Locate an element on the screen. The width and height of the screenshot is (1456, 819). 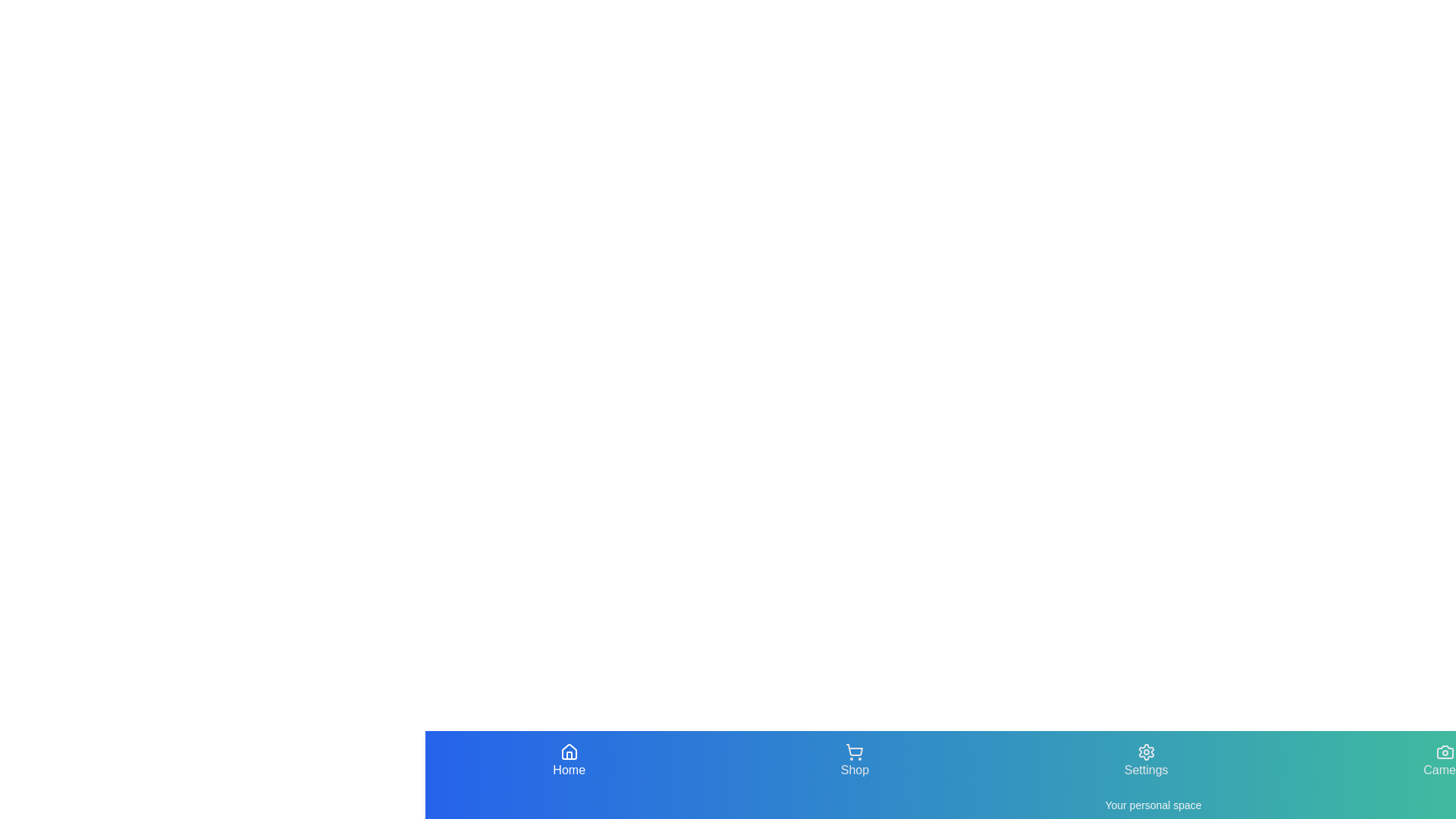
the description text to highlight it is located at coordinates (1153, 804).